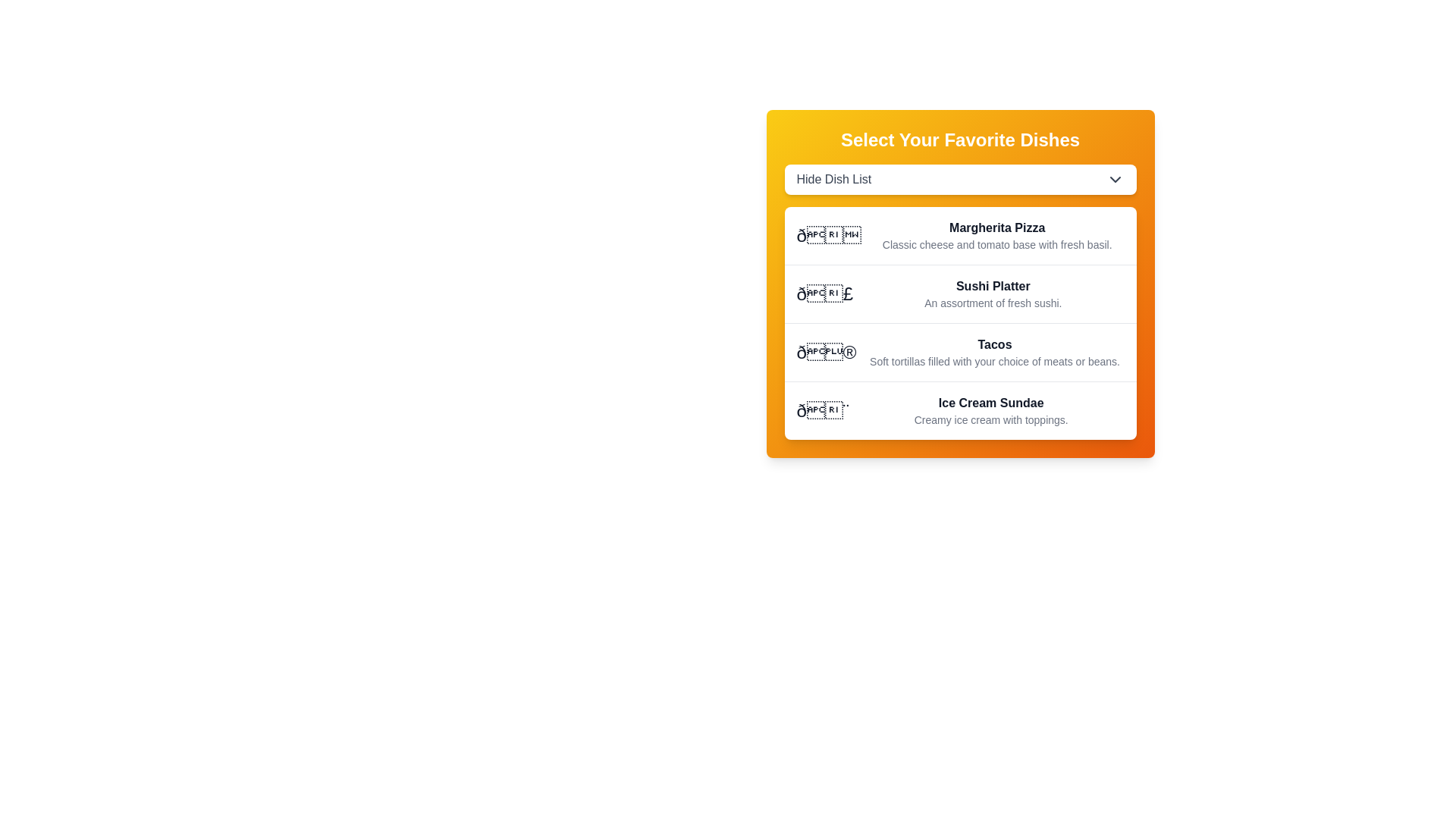 This screenshot has width=1456, height=819. I want to click on text content block titled 'Tacos' which contains the description 'Soft tortillas filled with your choice of meats or beans.' This block is the third item under the section 'Select Your Favorite Dishes', so click(994, 353).